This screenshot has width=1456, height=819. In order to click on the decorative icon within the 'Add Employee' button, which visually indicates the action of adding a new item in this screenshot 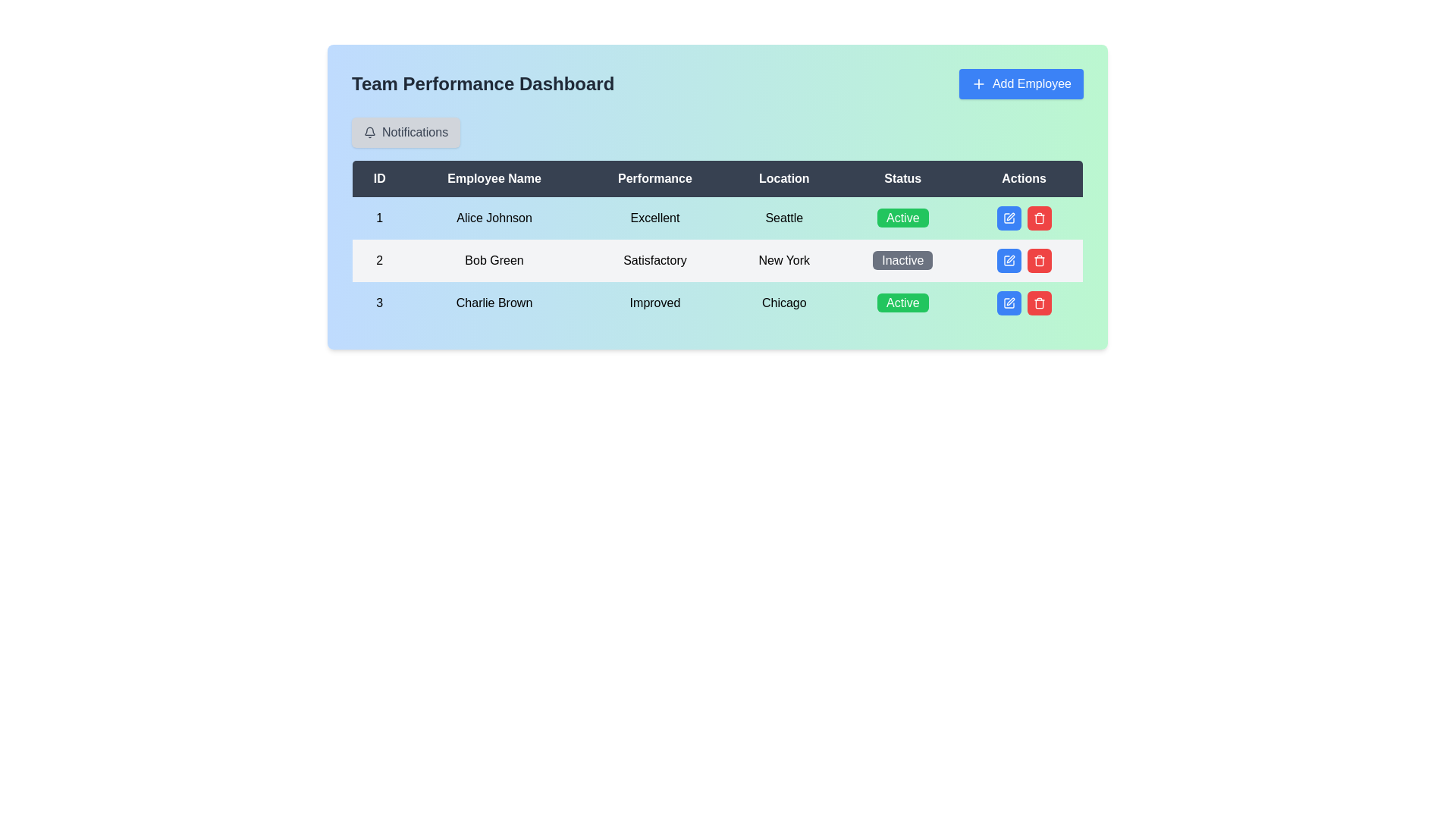, I will do `click(979, 84)`.